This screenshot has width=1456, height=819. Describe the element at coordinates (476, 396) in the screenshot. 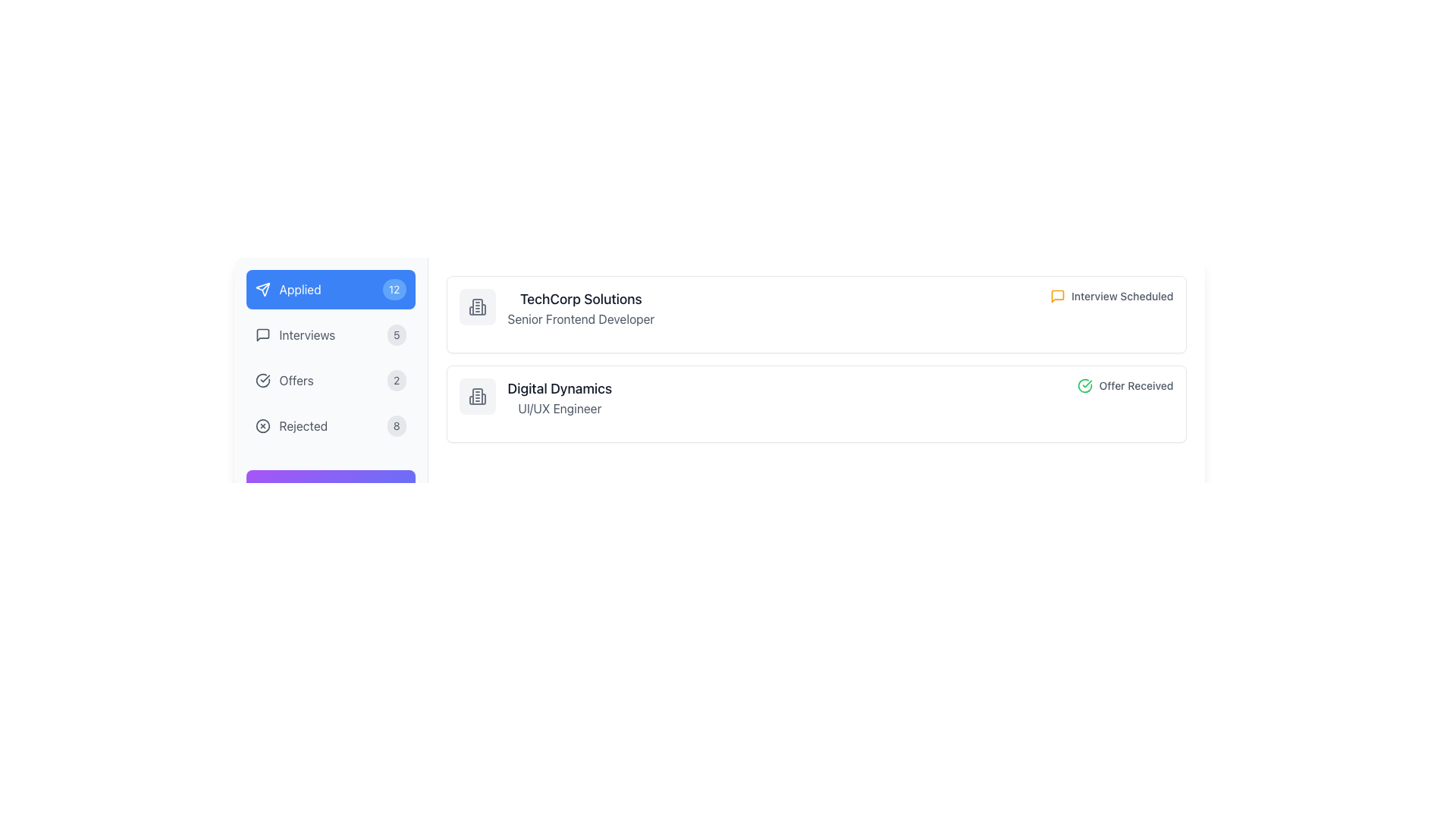

I see `the decorative icon representing a building, which is part of the icon group to the right of the 'Digital Dynamics' list item` at that location.